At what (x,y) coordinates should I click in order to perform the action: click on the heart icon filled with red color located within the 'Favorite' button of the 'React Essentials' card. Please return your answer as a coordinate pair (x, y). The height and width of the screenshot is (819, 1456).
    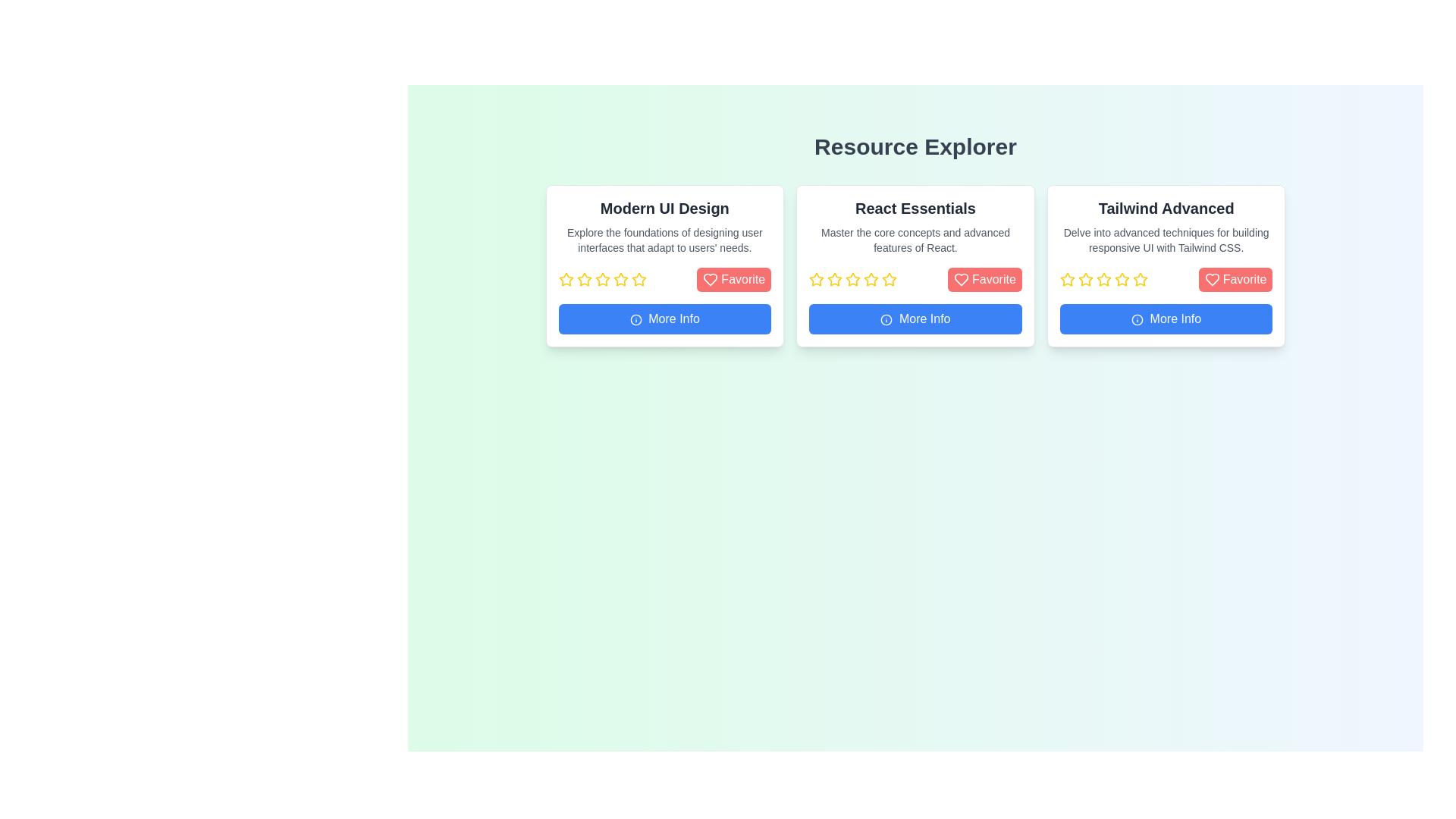
    Looking at the image, I should click on (960, 280).